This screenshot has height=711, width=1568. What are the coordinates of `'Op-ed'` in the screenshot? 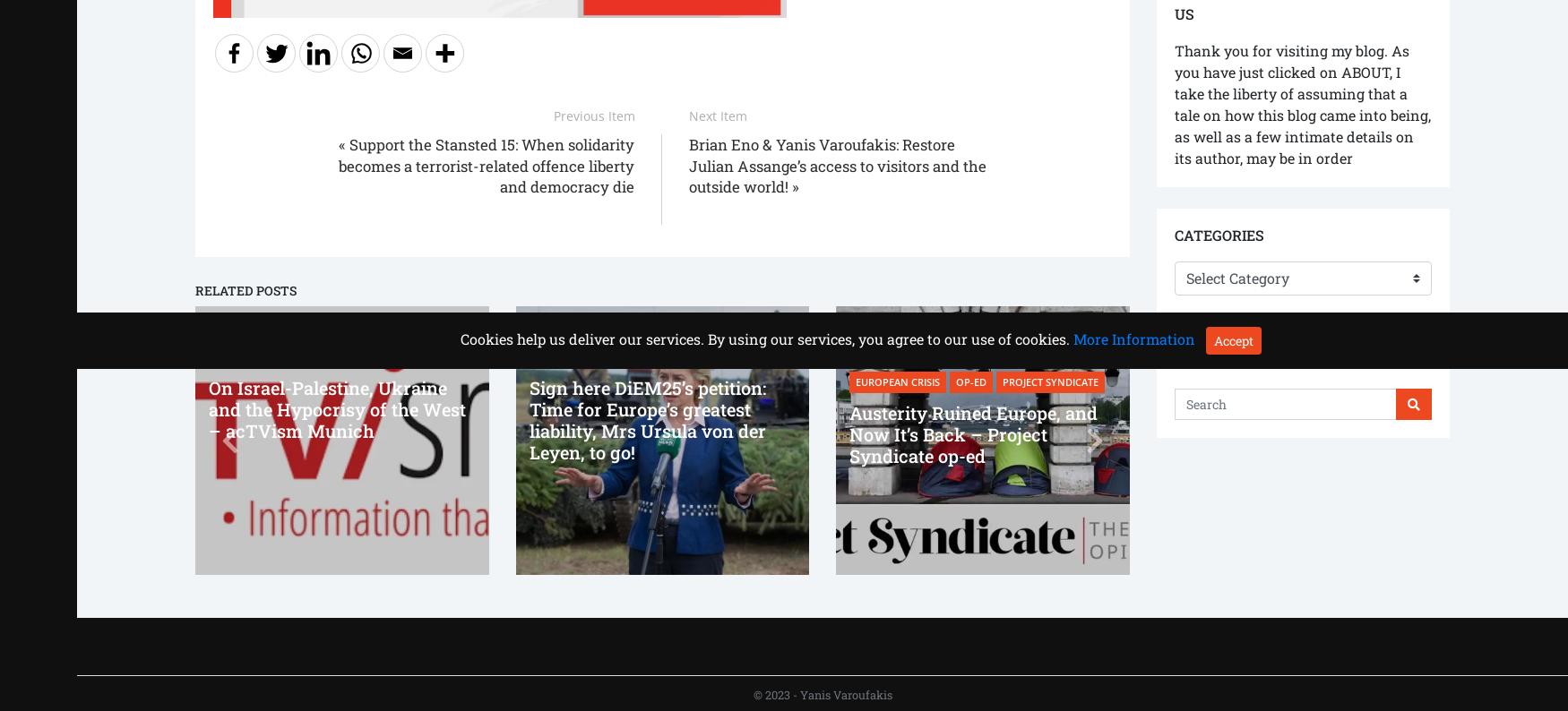 It's located at (970, 381).